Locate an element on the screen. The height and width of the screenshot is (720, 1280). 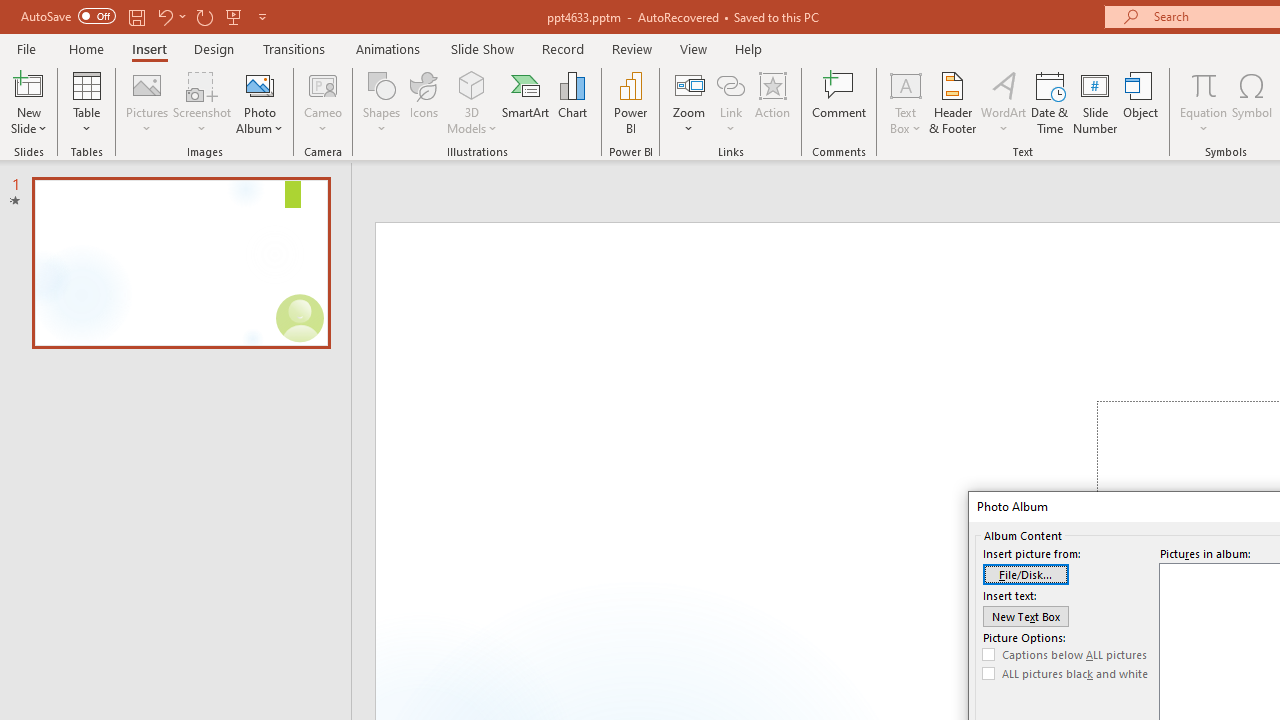
'Power BI' is located at coordinates (630, 103).